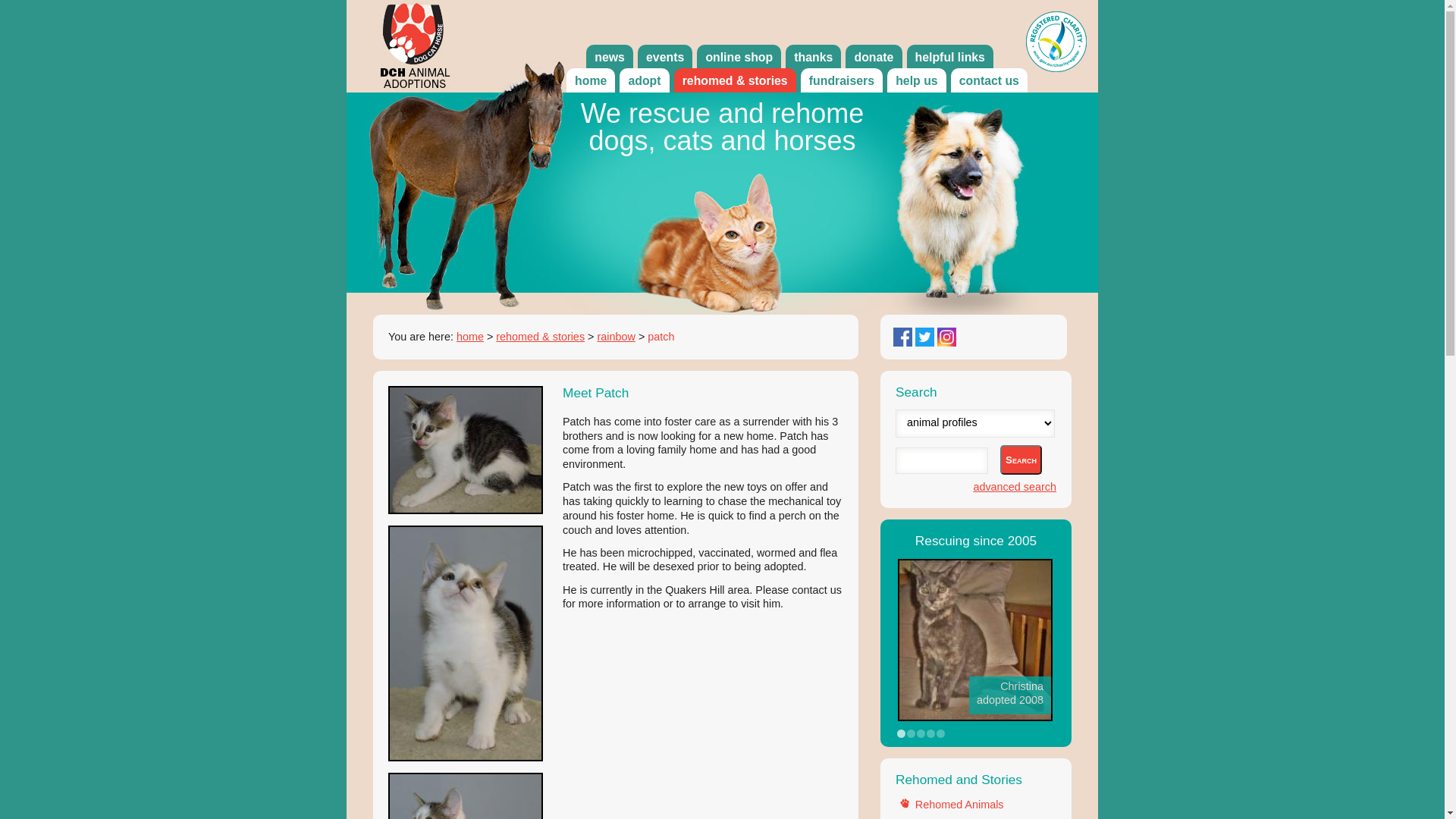 The width and height of the screenshot is (1456, 819). I want to click on 'fundraisers', so click(840, 81).